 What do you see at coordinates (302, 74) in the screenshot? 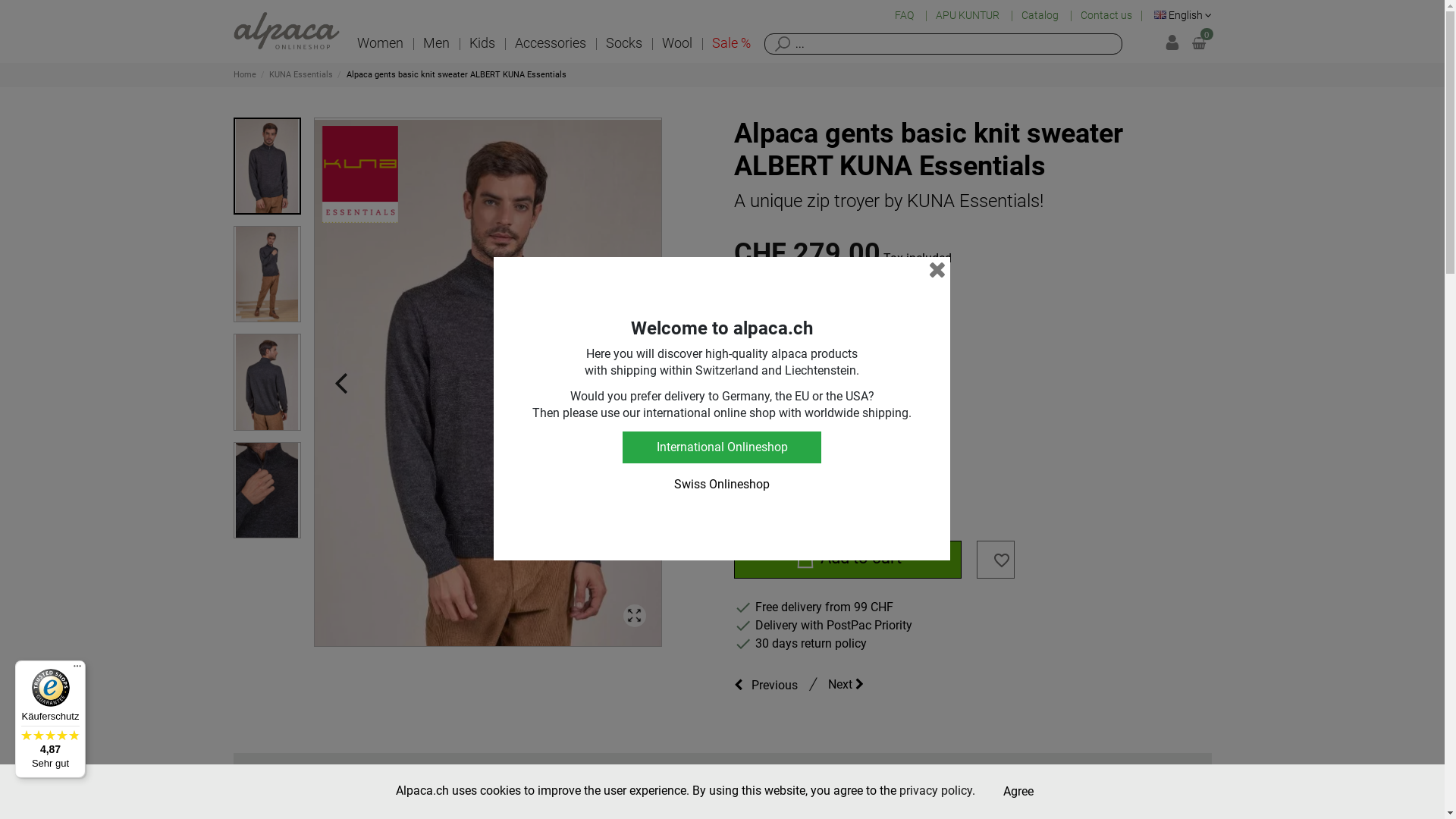
I see `'KUNA Essentials'` at bounding box center [302, 74].